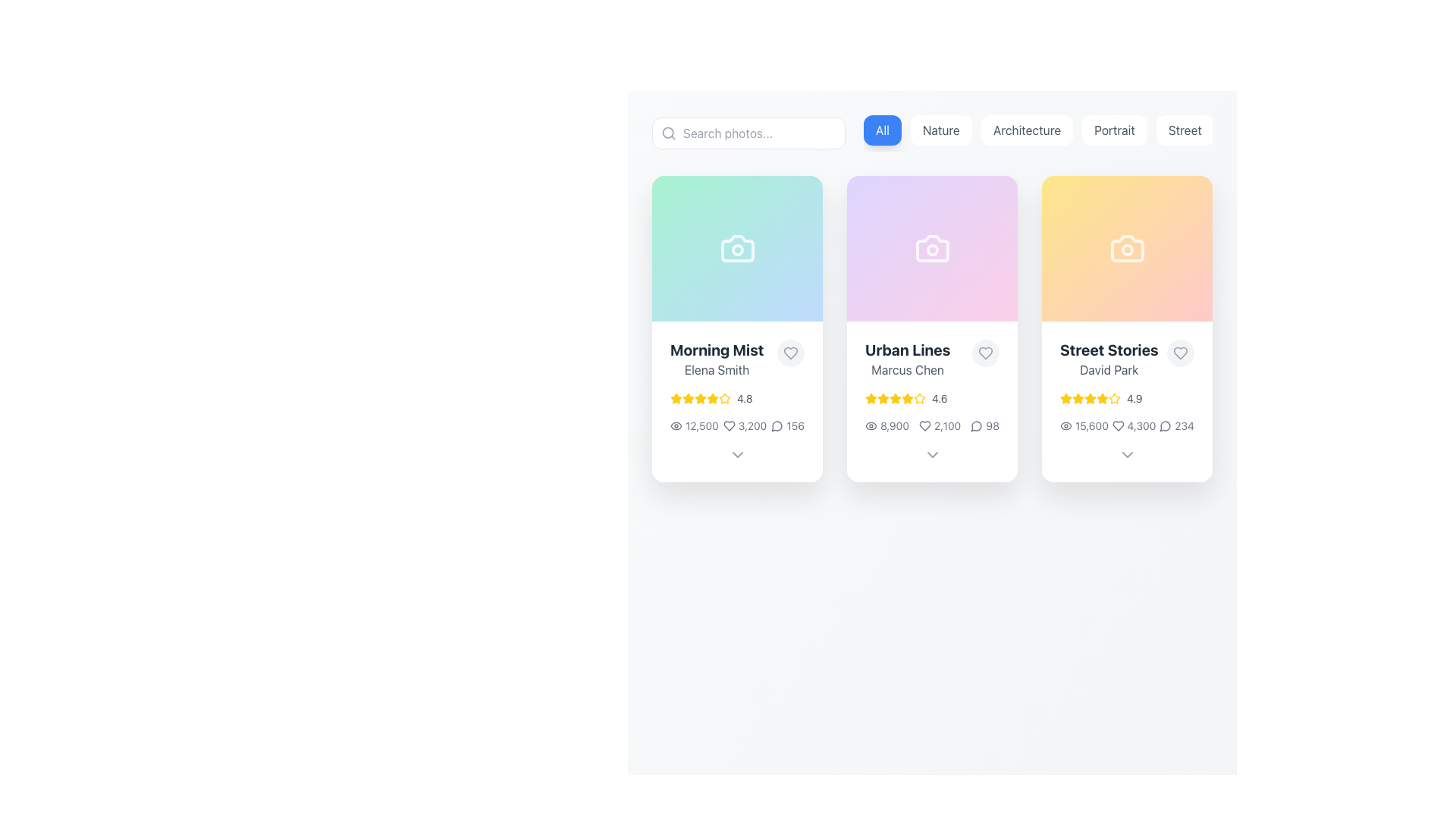  I want to click on the second star icon in the rating display of the 'Morning Mist' card, which is styled with a yellow fill and stroke outline, so click(700, 397).